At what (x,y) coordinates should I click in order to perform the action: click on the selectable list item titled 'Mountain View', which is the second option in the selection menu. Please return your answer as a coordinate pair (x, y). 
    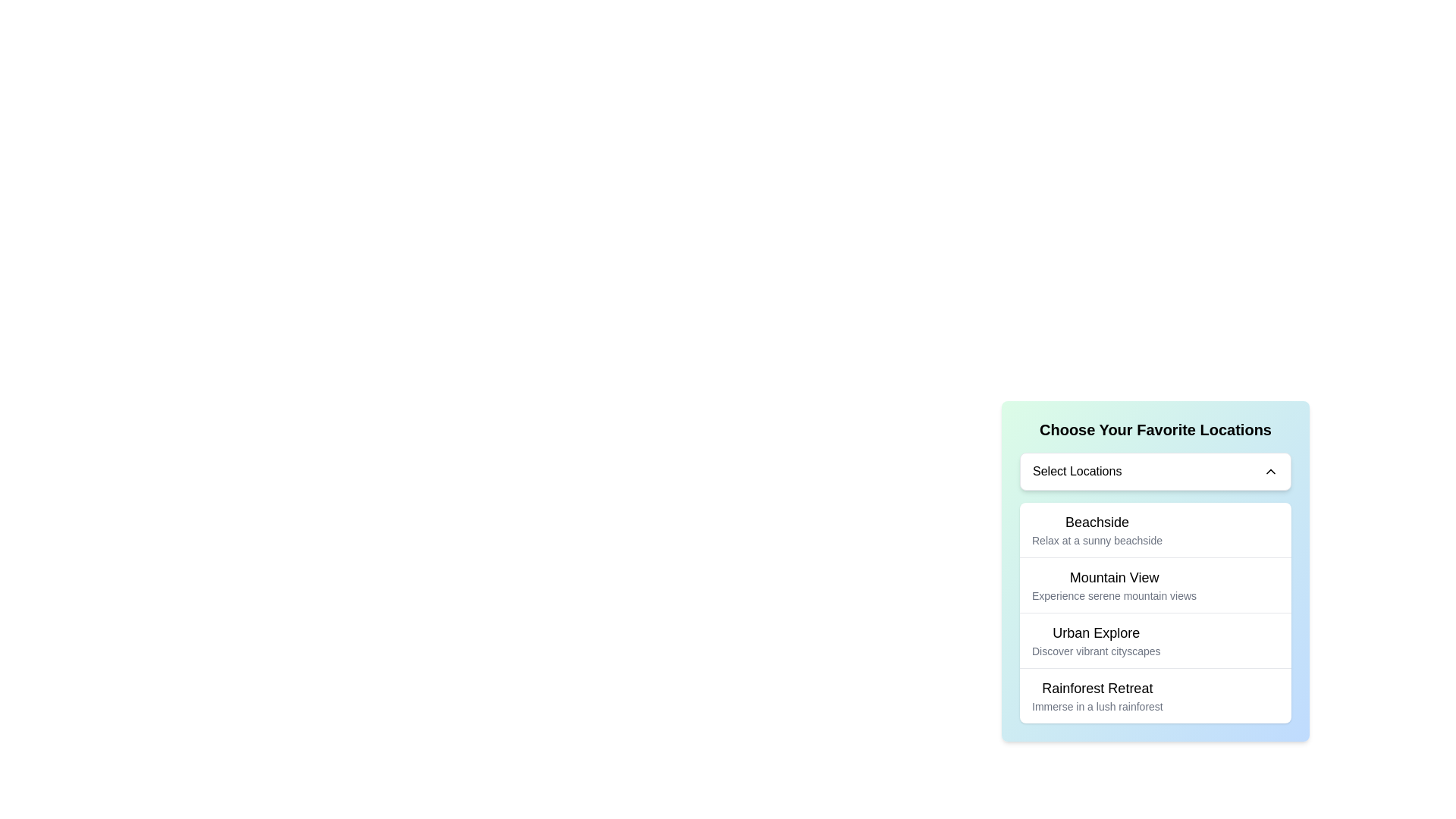
    Looking at the image, I should click on (1154, 570).